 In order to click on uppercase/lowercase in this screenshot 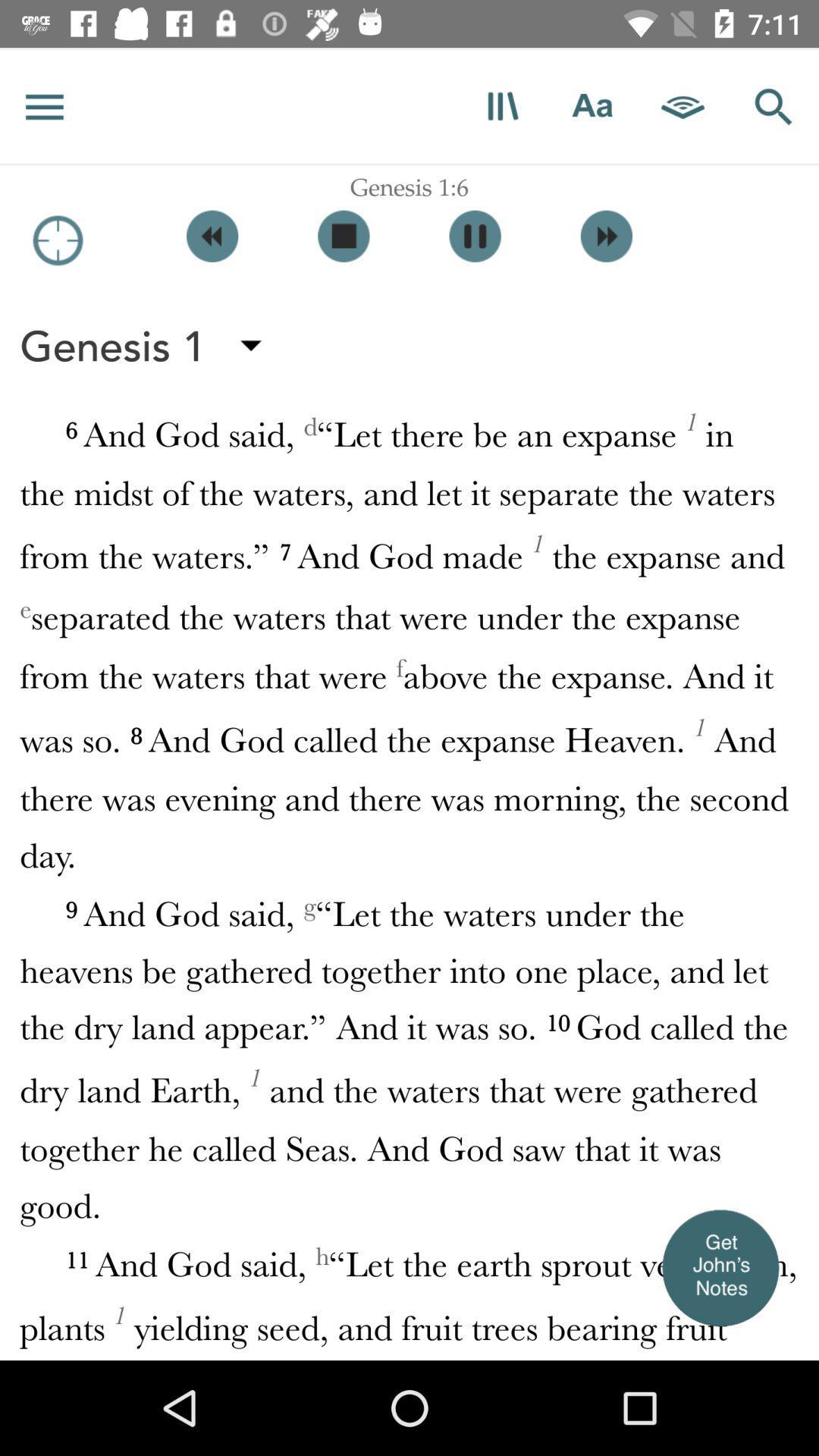, I will do `click(591, 105)`.